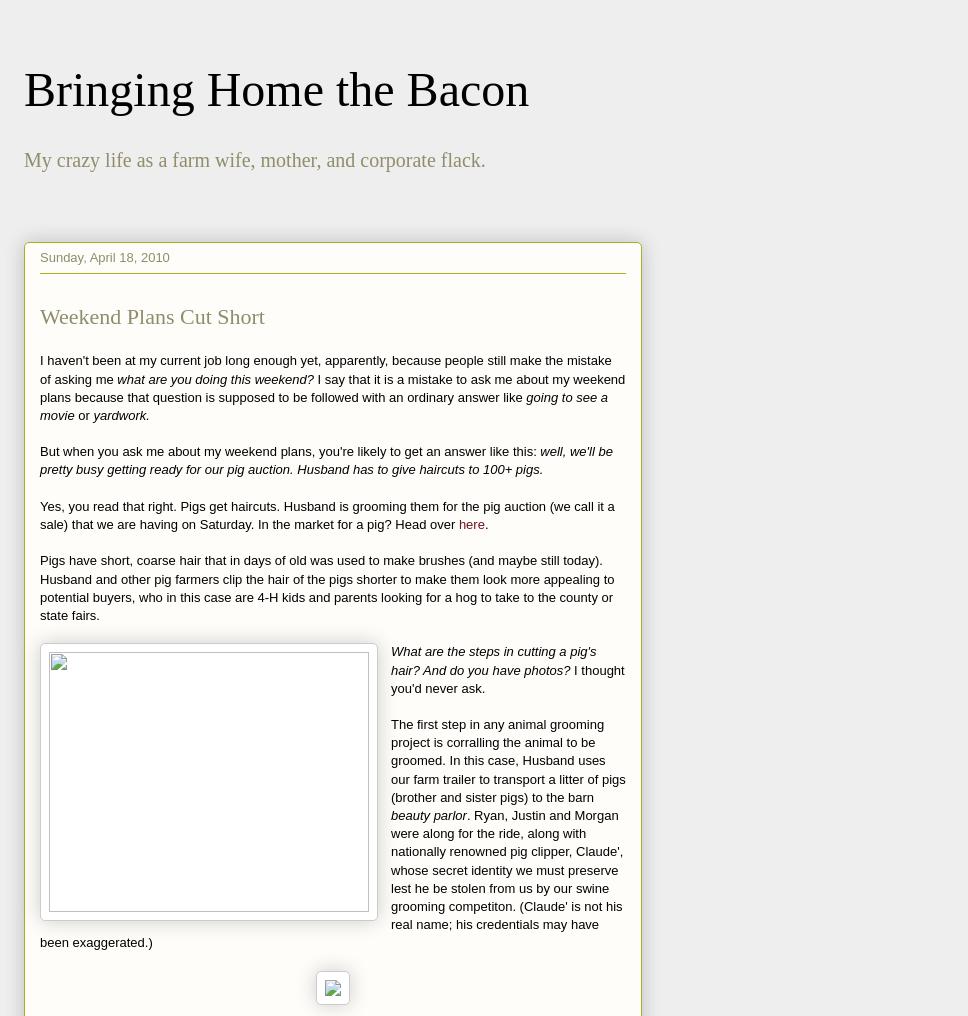  What do you see at coordinates (121, 413) in the screenshot?
I see `'yardwork.'` at bounding box center [121, 413].